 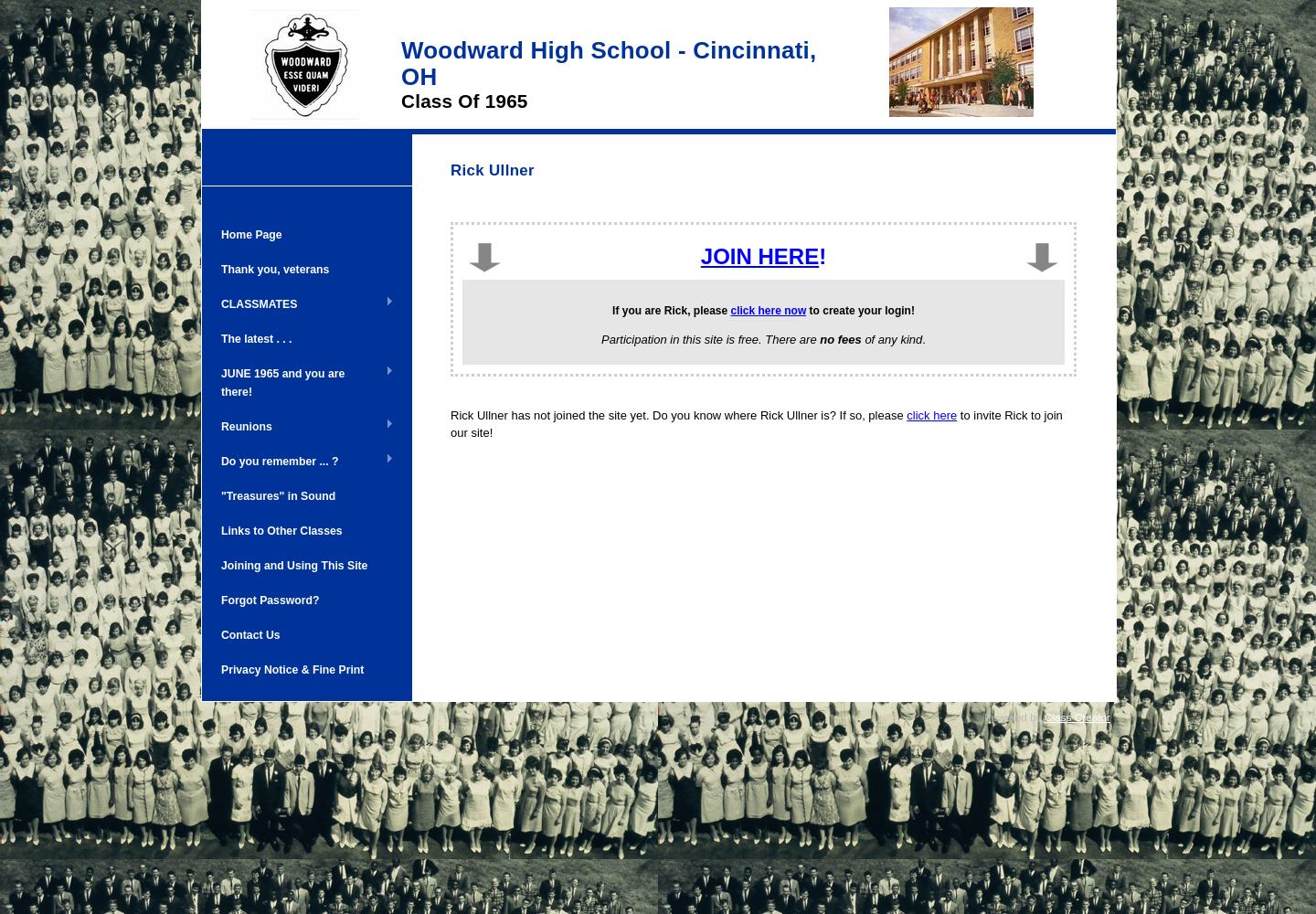 What do you see at coordinates (258, 303) in the screenshot?
I see `'CLASSMATES'` at bounding box center [258, 303].